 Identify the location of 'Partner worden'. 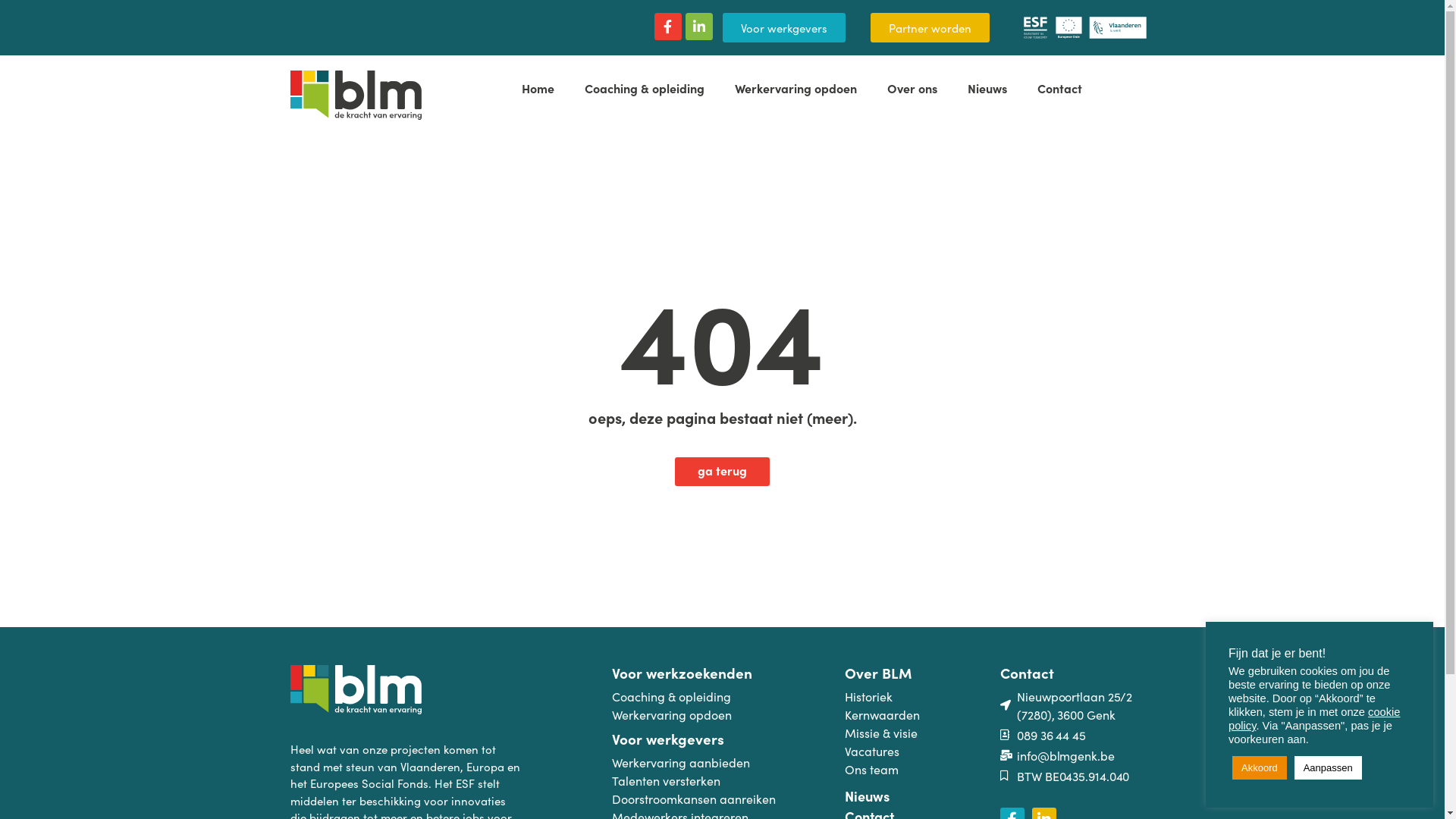
(929, 27).